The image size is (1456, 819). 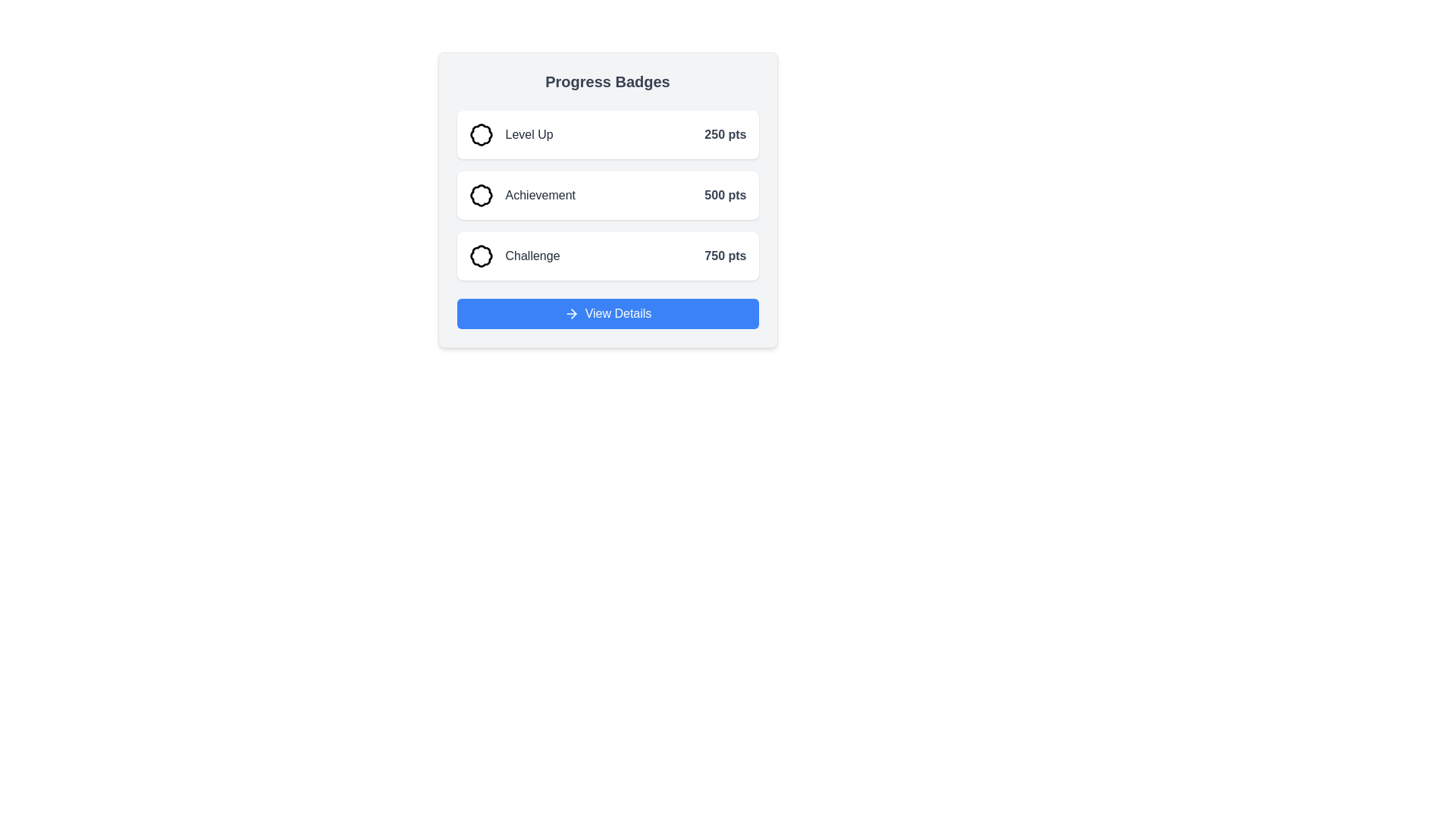 What do you see at coordinates (480, 256) in the screenshot?
I see `the 'Challenge' achievement icon located in the 'Progress Badges' section, positioned to the left of the text labeled 'Challenge'` at bounding box center [480, 256].